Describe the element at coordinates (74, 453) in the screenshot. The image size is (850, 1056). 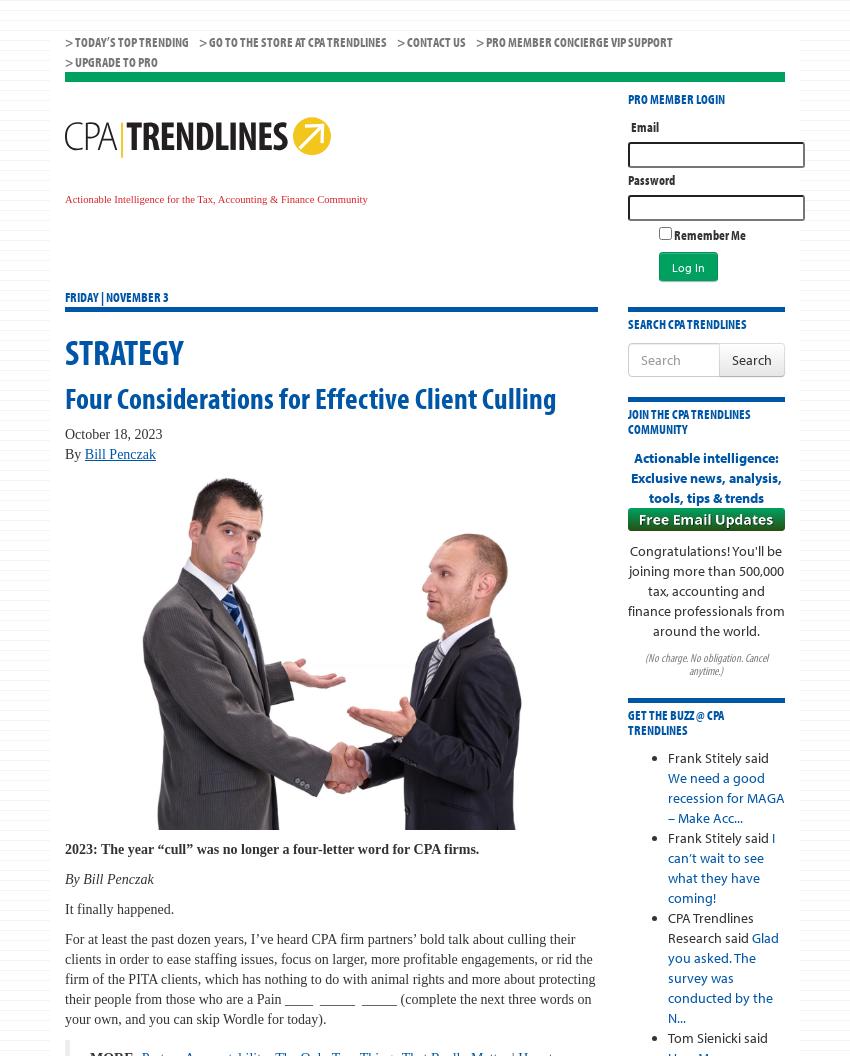
I see `'By'` at that location.